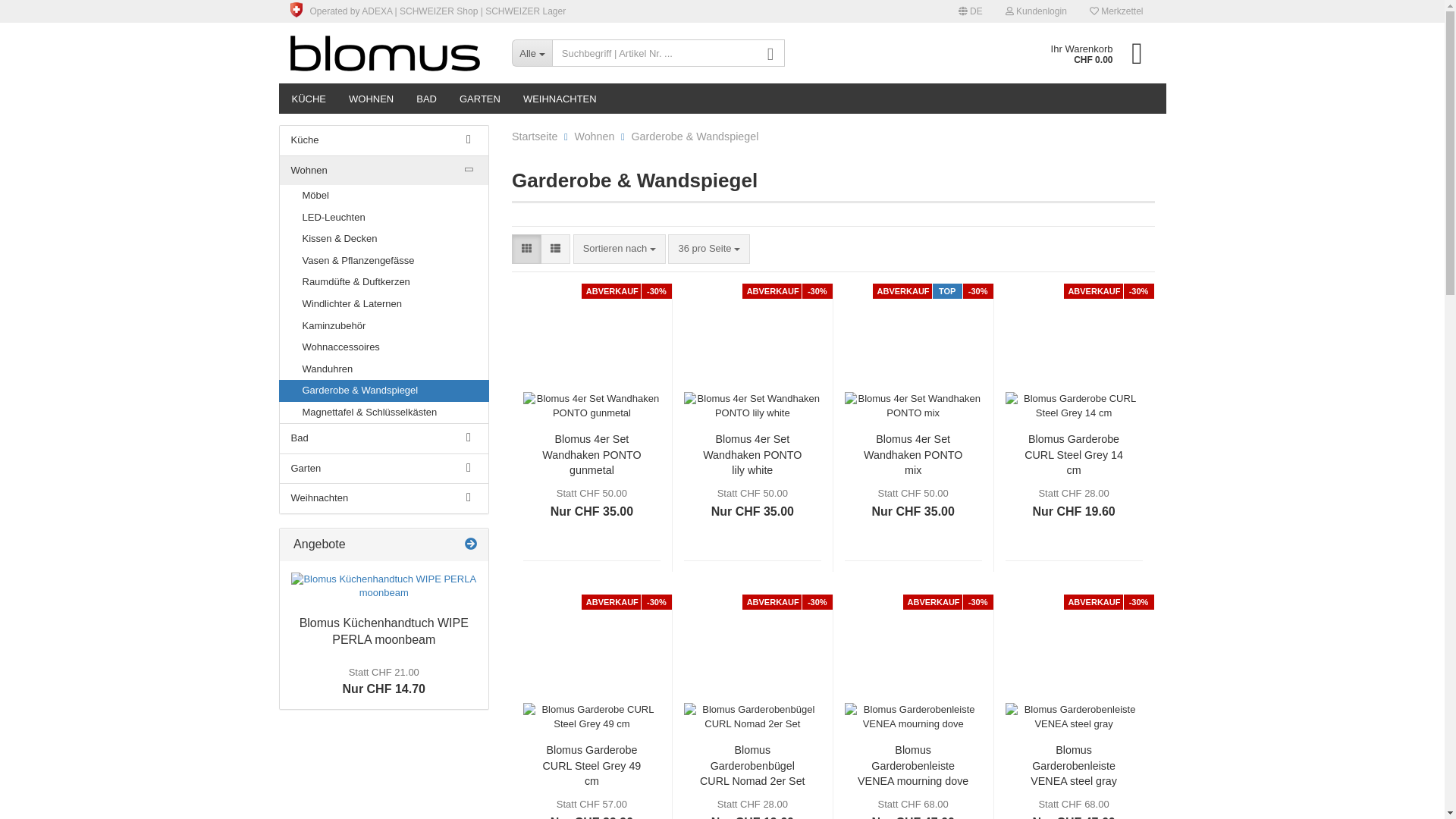 This screenshot has height=819, width=1456. Describe the element at coordinates (389, 52) in the screenshot. I see `'BLOMUS.CH'` at that location.